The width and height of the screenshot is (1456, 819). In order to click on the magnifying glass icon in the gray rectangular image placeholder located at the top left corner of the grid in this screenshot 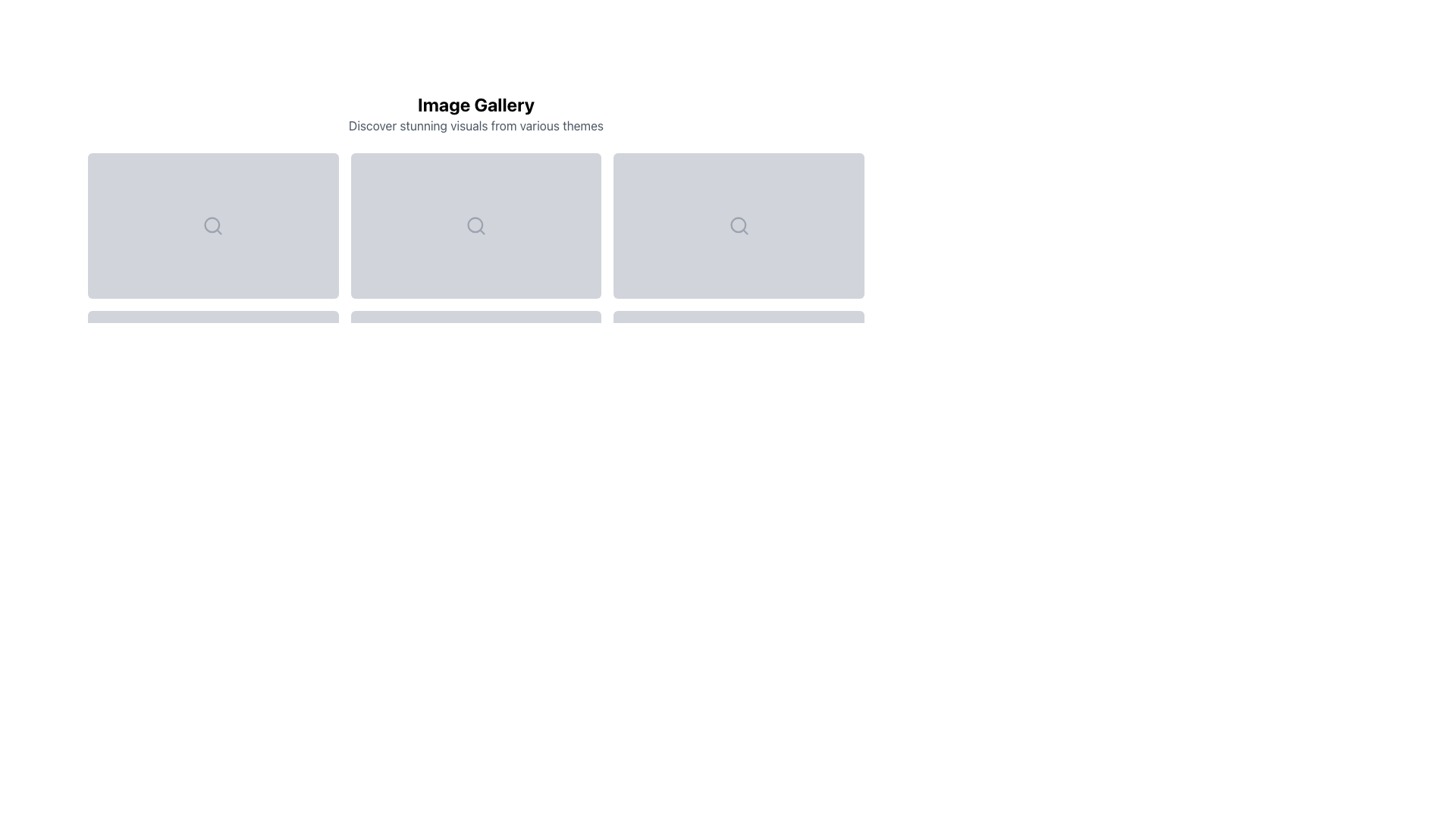, I will do `click(212, 225)`.